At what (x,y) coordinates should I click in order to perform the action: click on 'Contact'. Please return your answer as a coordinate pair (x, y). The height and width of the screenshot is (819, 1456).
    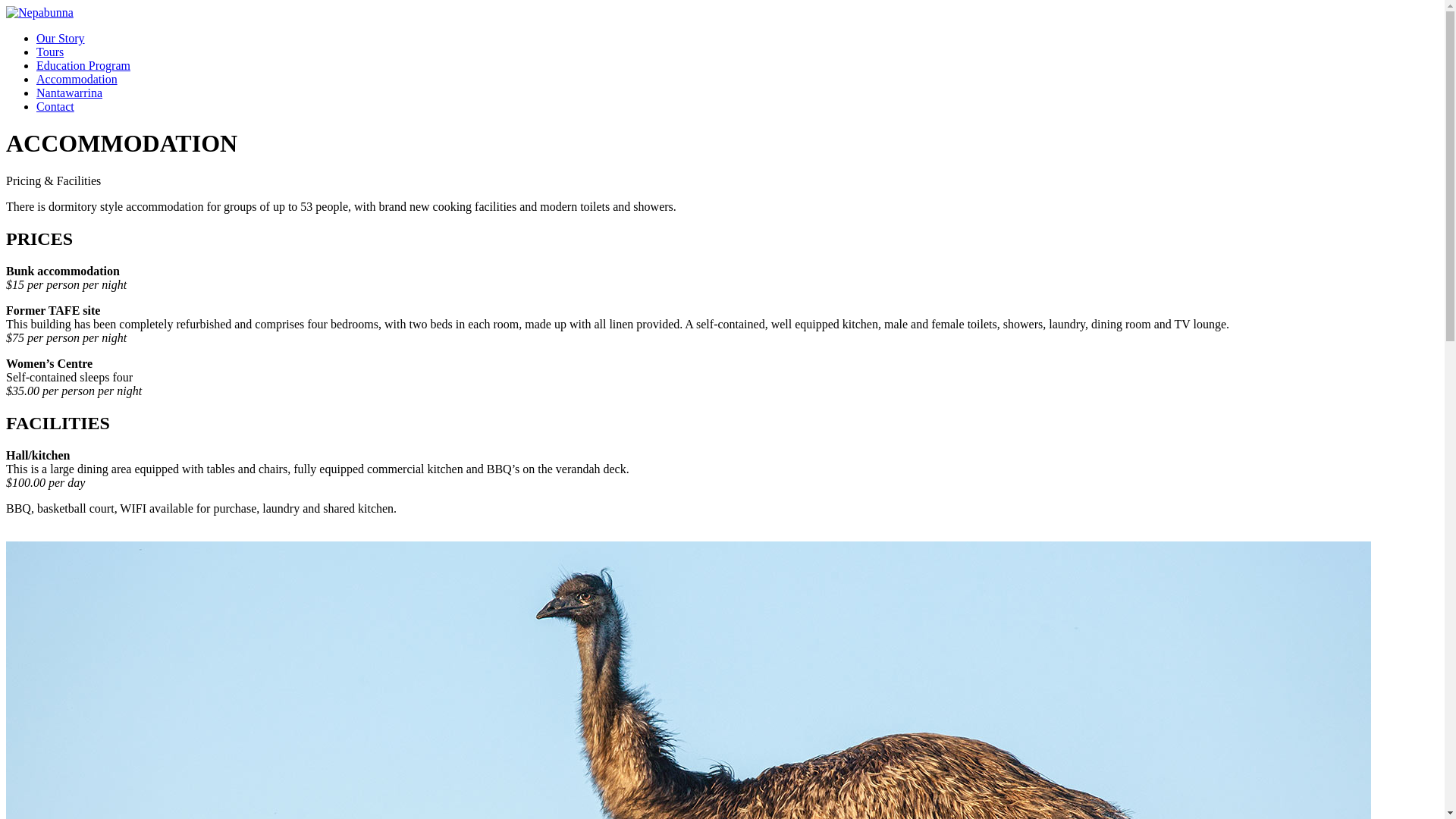
    Looking at the image, I should click on (36, 105).